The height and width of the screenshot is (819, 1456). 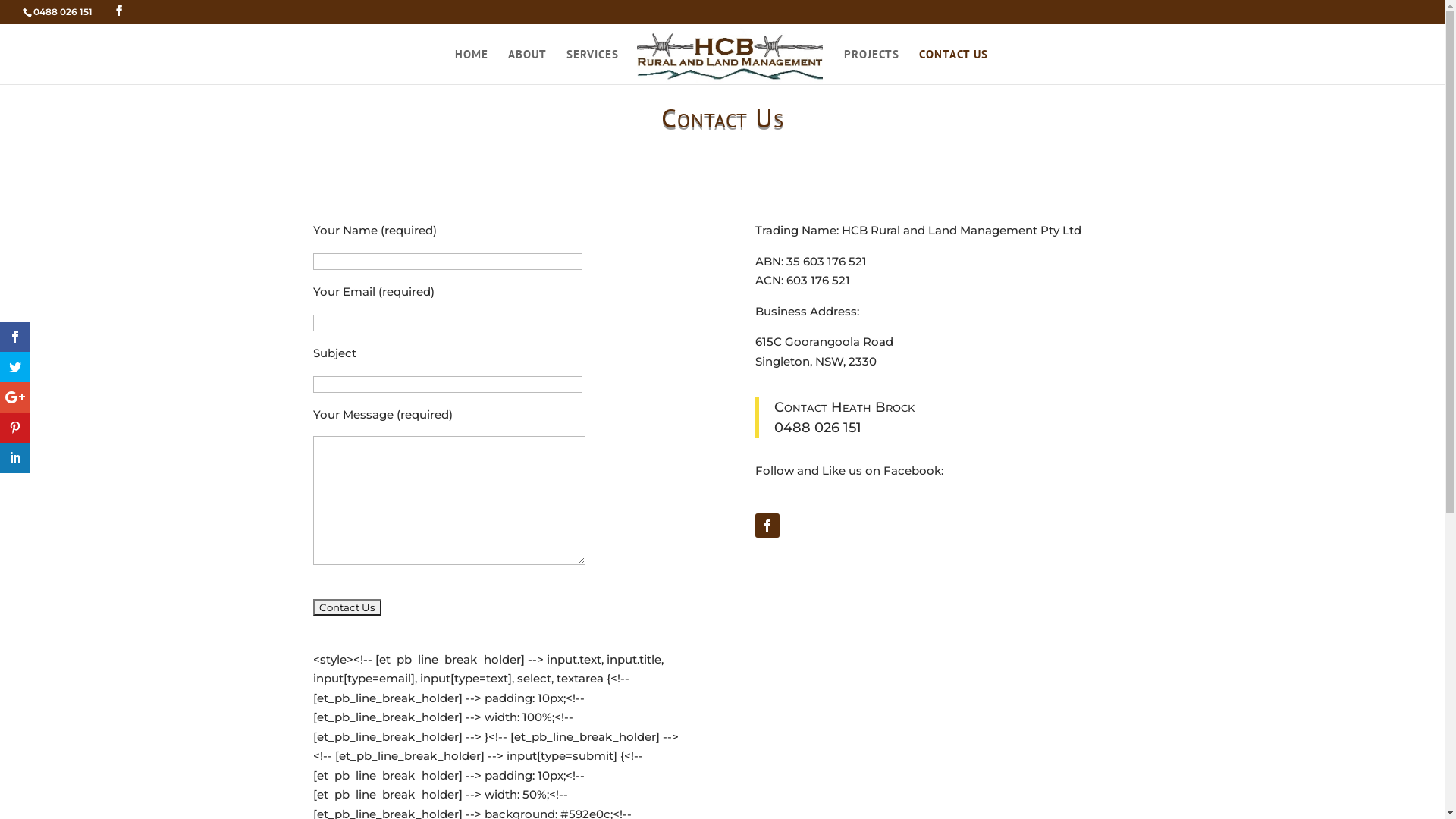 What do you see at coordinates (527, 58) in the screenshot?
I see `'ABOUT'` at bounding box center [527, 58].